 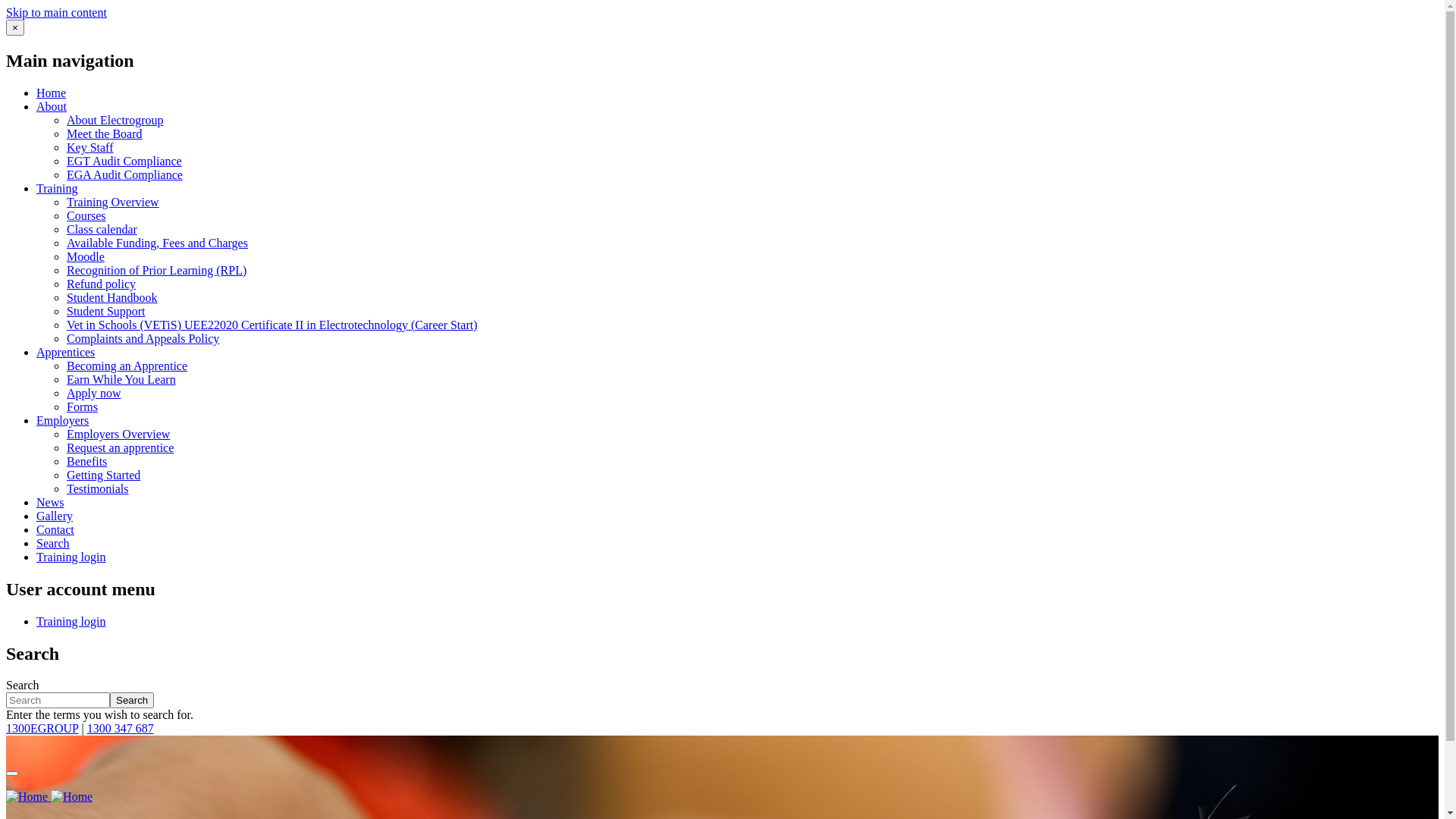 I want to click on 'News', so click(x=50, y=502).